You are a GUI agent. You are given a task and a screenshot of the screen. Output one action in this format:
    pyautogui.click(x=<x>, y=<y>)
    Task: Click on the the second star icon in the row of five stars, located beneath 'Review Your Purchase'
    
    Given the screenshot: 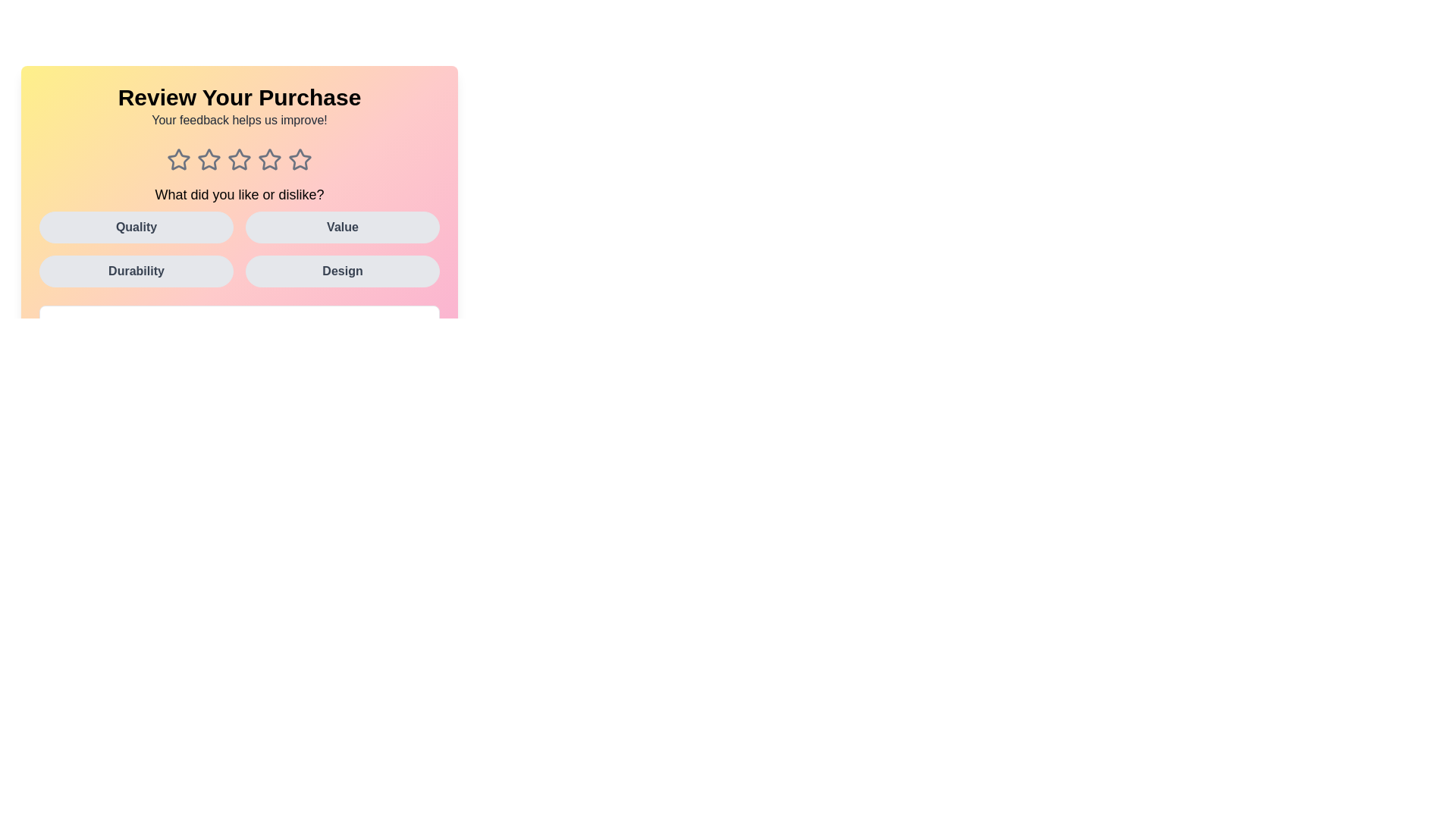 What is the action you would take?
    pyautogui.click(x=208, y=159)
    